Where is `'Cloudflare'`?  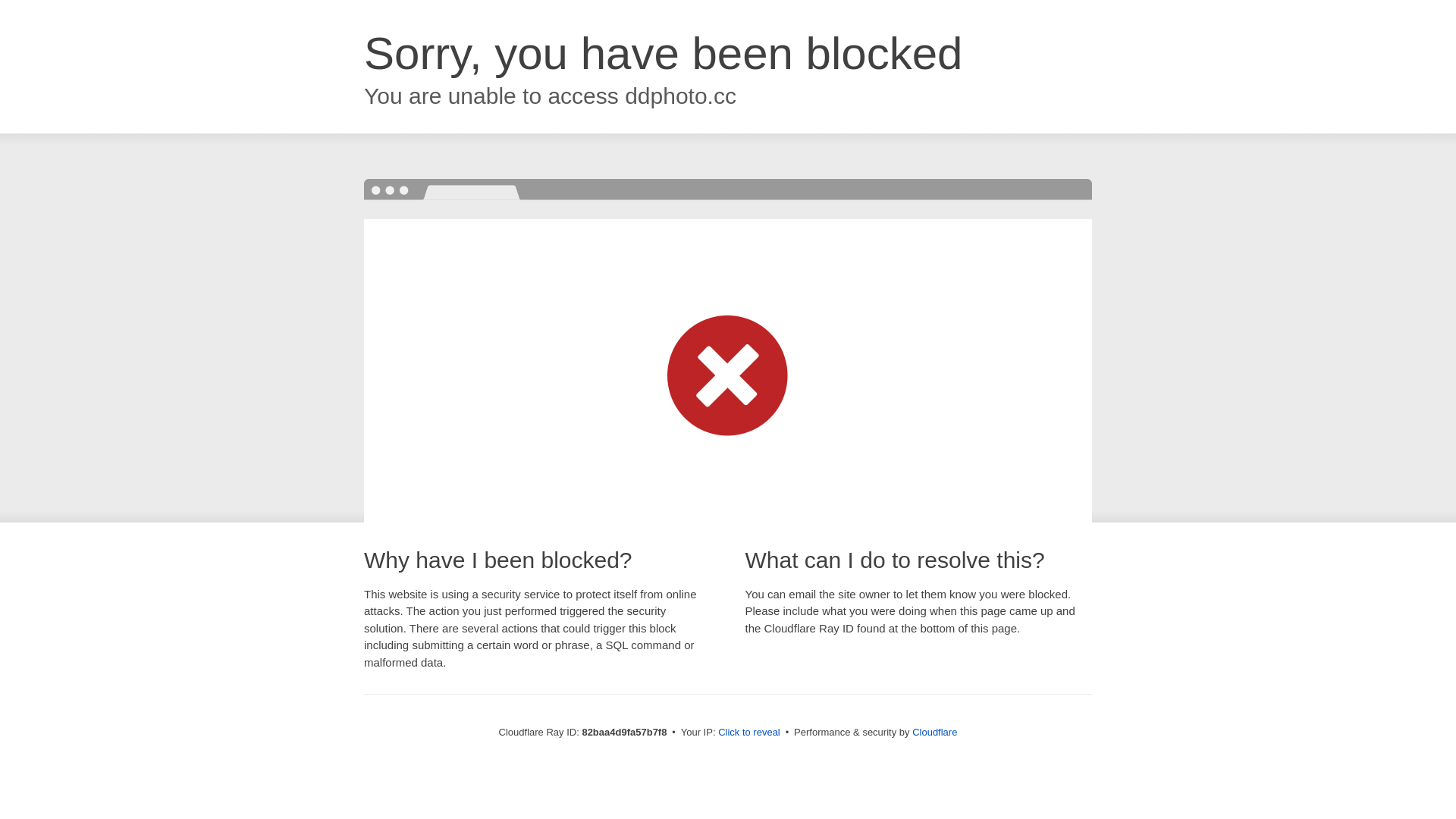 'Cloudflare' is located at coordinates (934, 731).